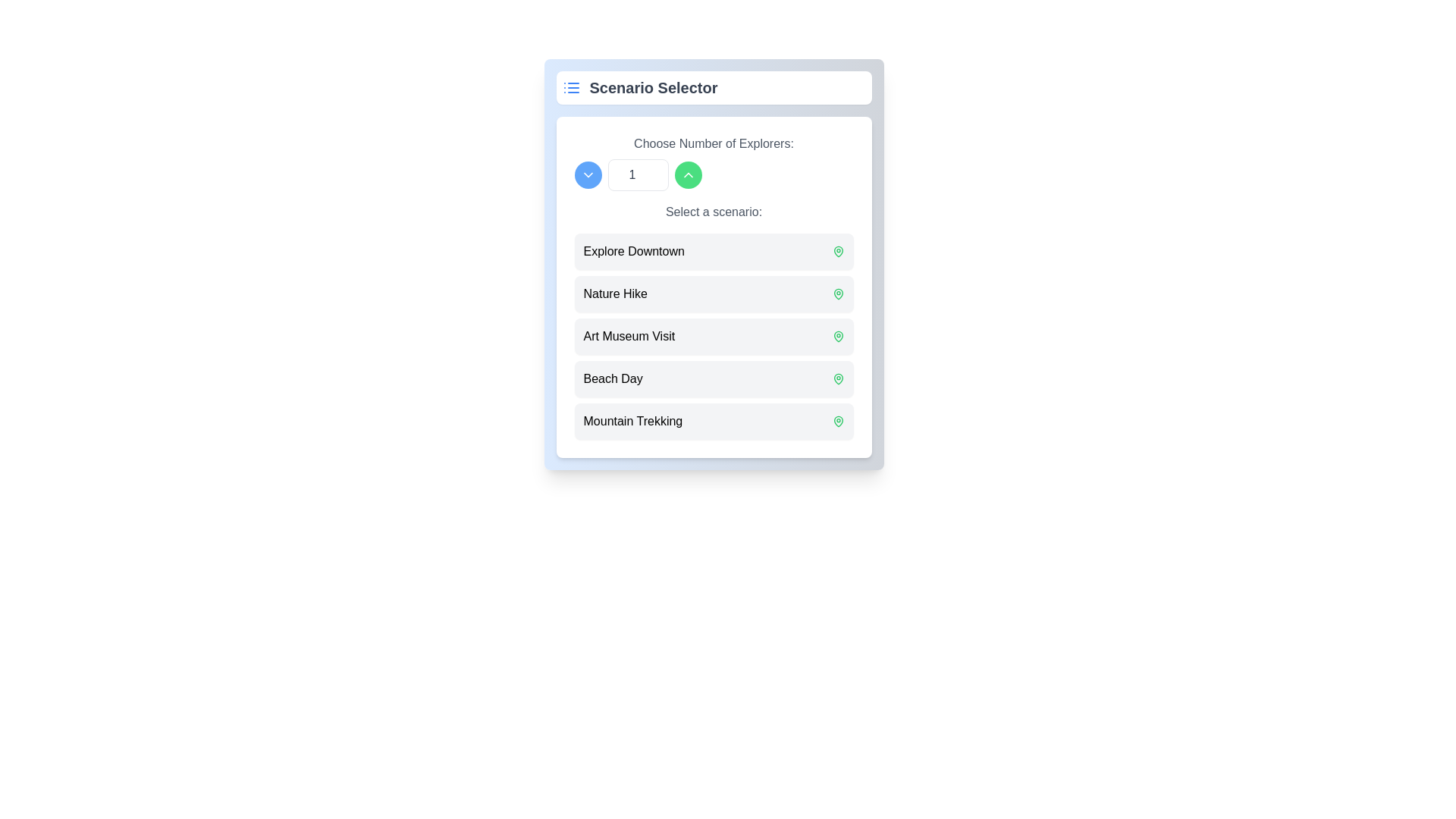  What do you see at coordinates (613, 378) in the screenshot?
I see `the 'Beach Day' text label` at bounding box center [613, 378].